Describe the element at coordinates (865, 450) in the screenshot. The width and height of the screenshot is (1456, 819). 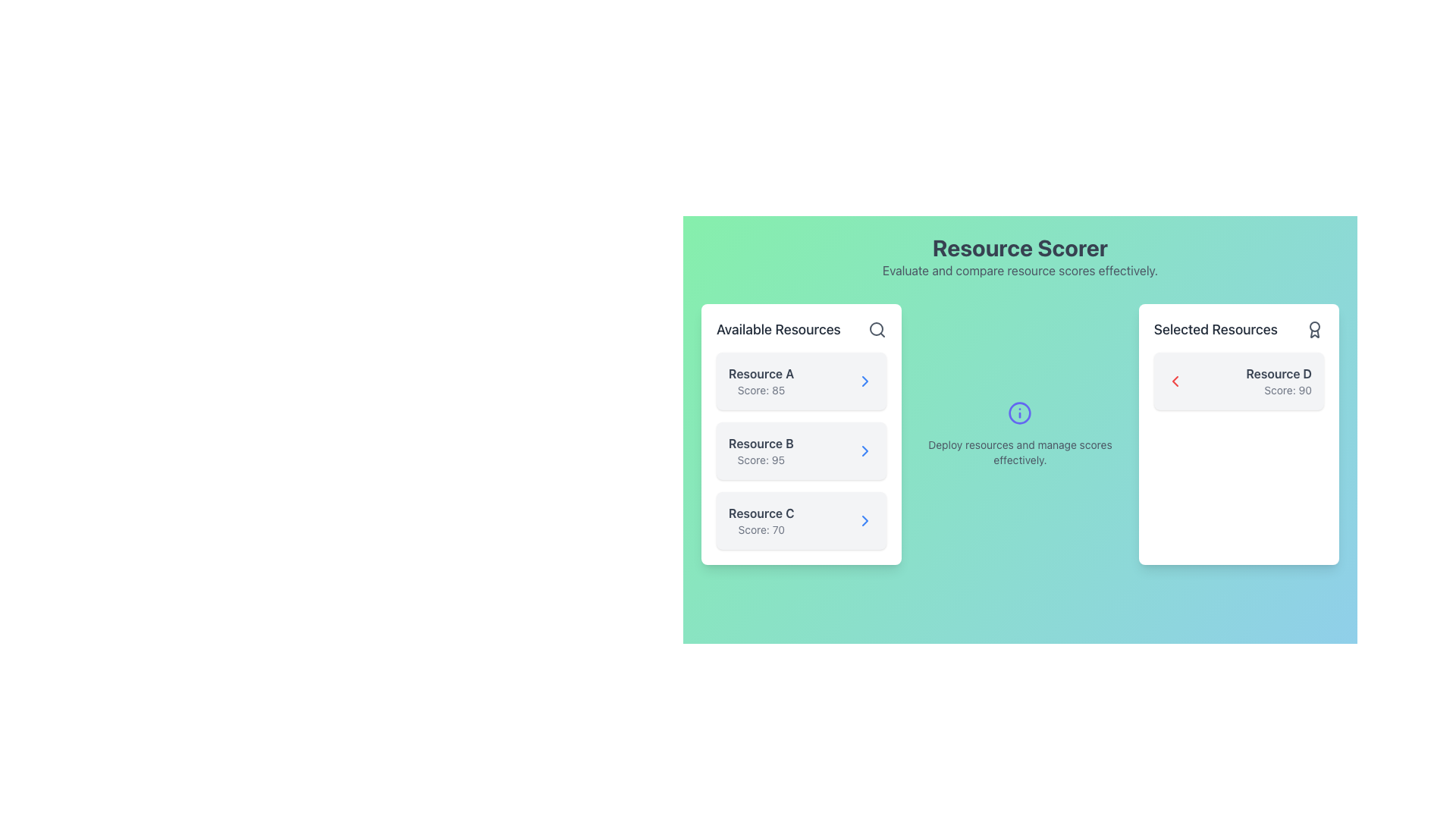
I see `the blue arrow icon button located to the right of the 'Resource B' score display` at that location.